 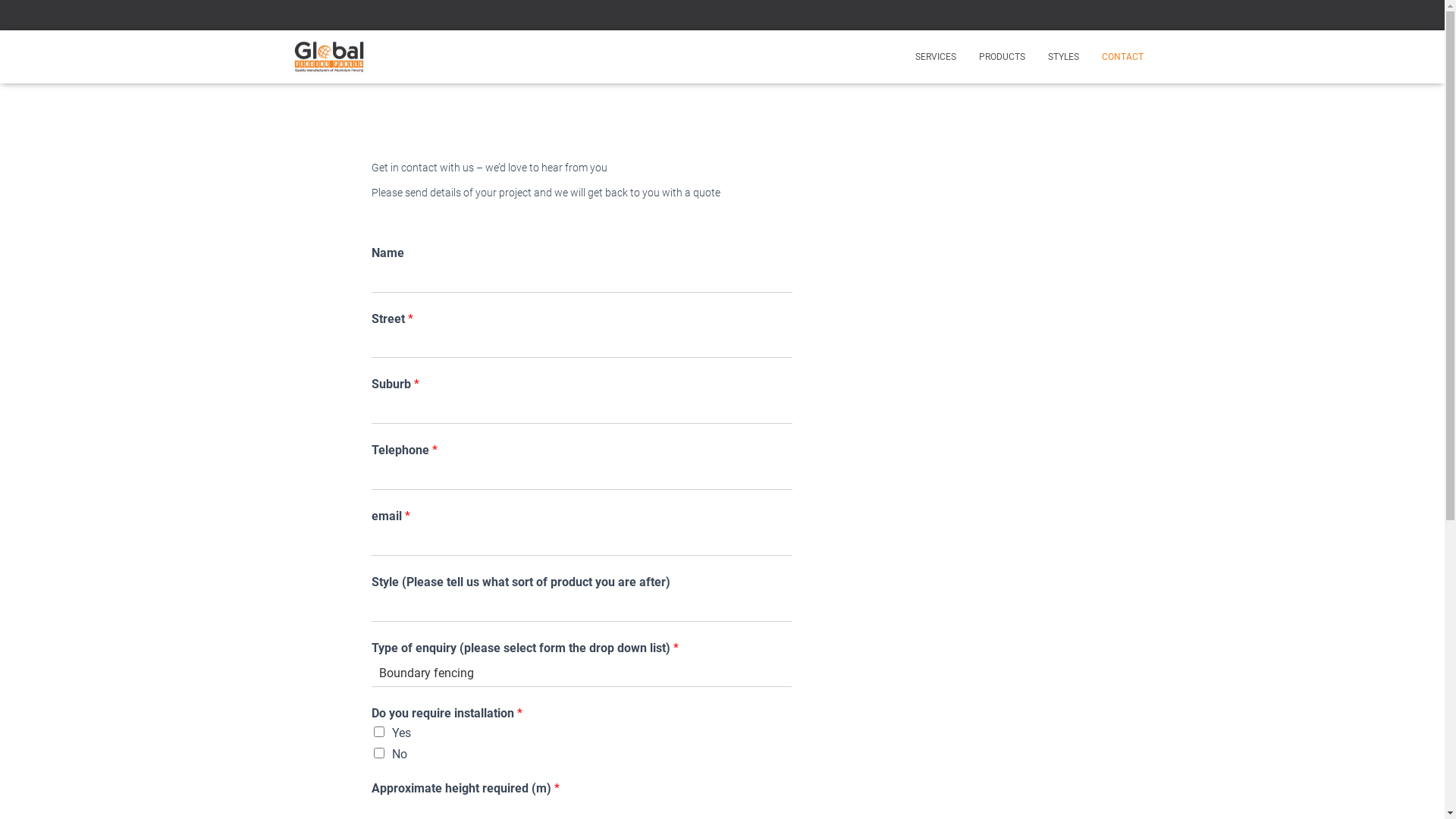 I want to click on 'PRODUCTS', so click(x=967, y=55).